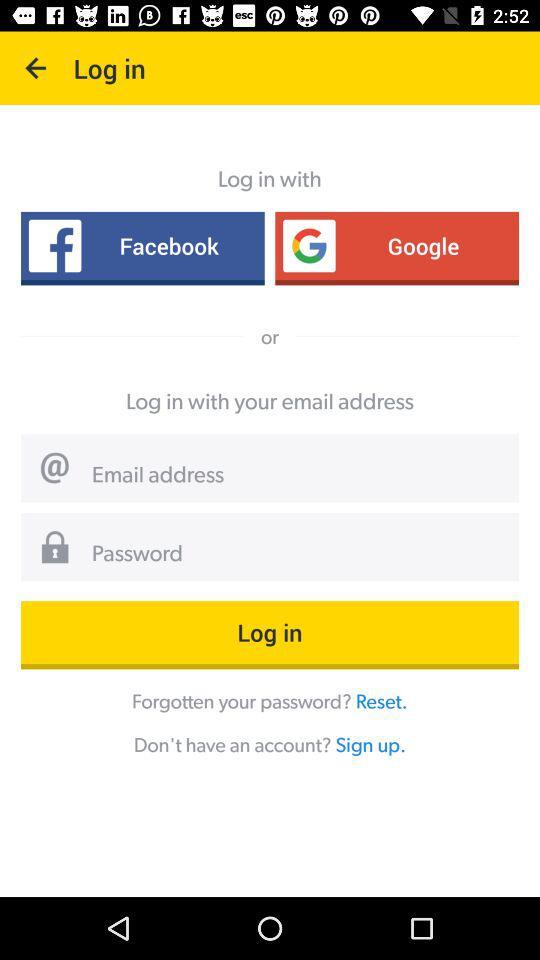 The height and width of the screenshot is (960, 540). I want to click on the item next to google, so click(141, 244).